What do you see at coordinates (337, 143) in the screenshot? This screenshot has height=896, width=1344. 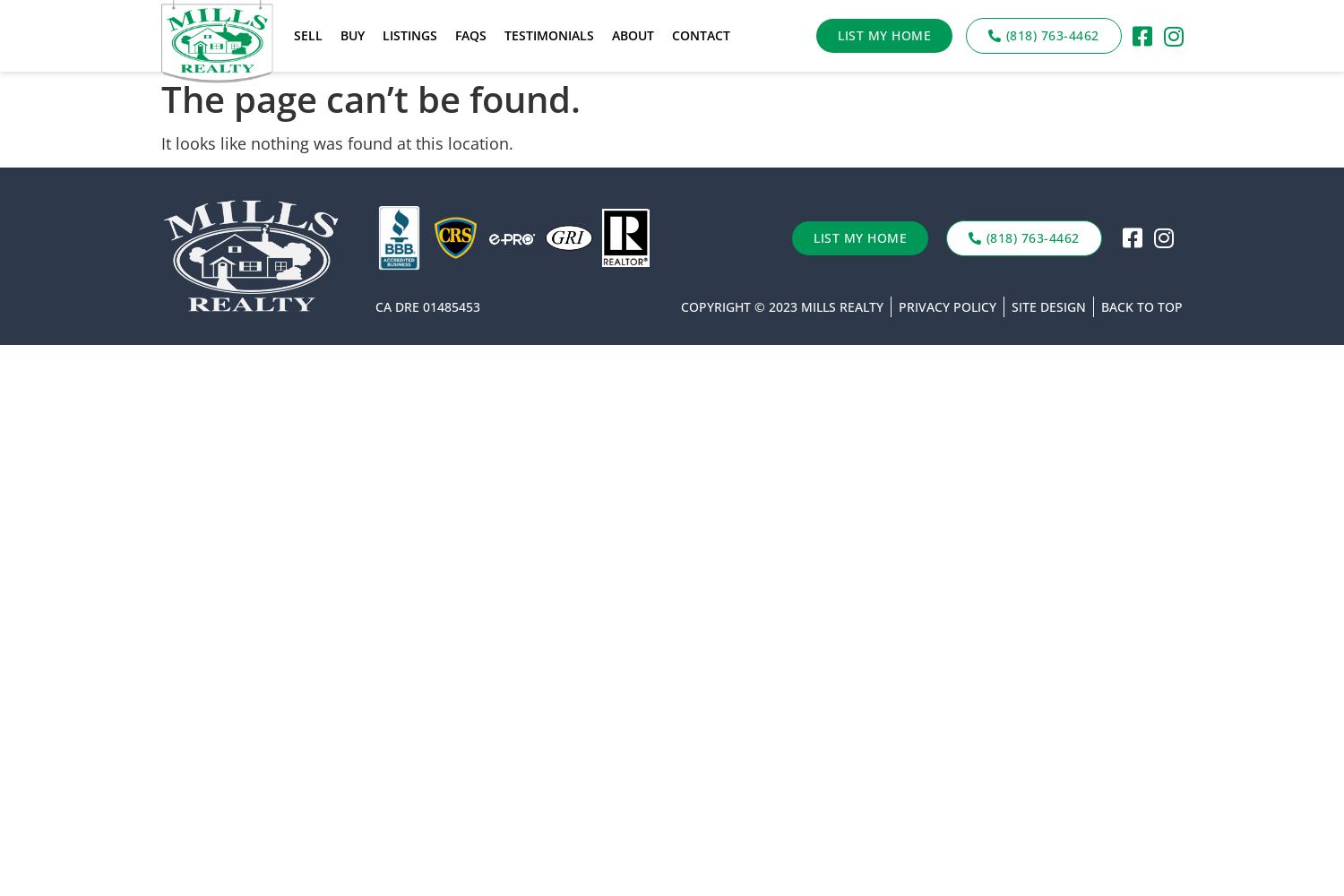 I see `'It looks like nothing was found at this location.'` at bounding box center [337, 143].